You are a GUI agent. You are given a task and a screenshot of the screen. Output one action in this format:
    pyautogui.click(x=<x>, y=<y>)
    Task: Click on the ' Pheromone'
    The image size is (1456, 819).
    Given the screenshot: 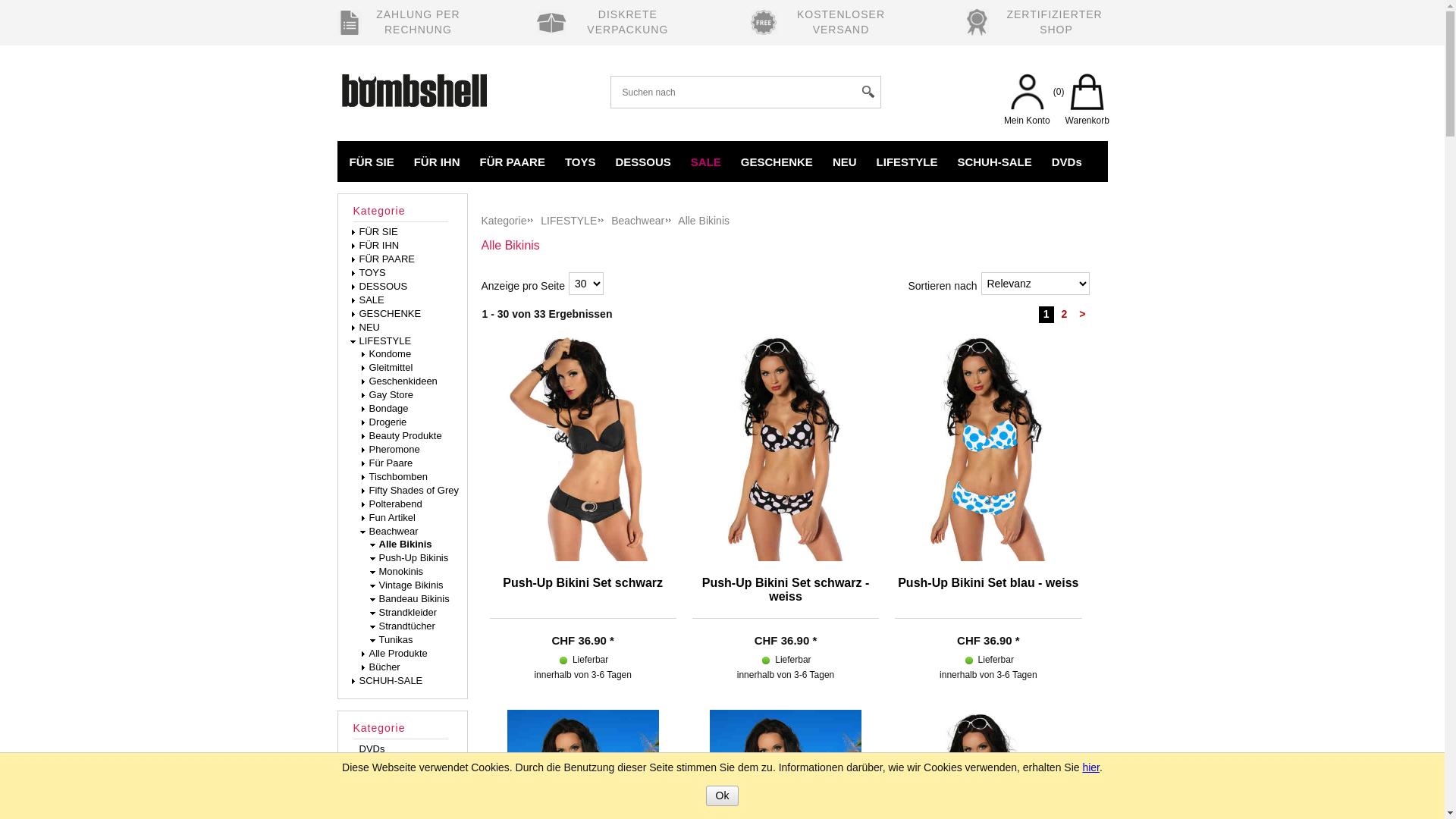 What is the action you would take?
    pyautogui.click(x=394, y=448)
    